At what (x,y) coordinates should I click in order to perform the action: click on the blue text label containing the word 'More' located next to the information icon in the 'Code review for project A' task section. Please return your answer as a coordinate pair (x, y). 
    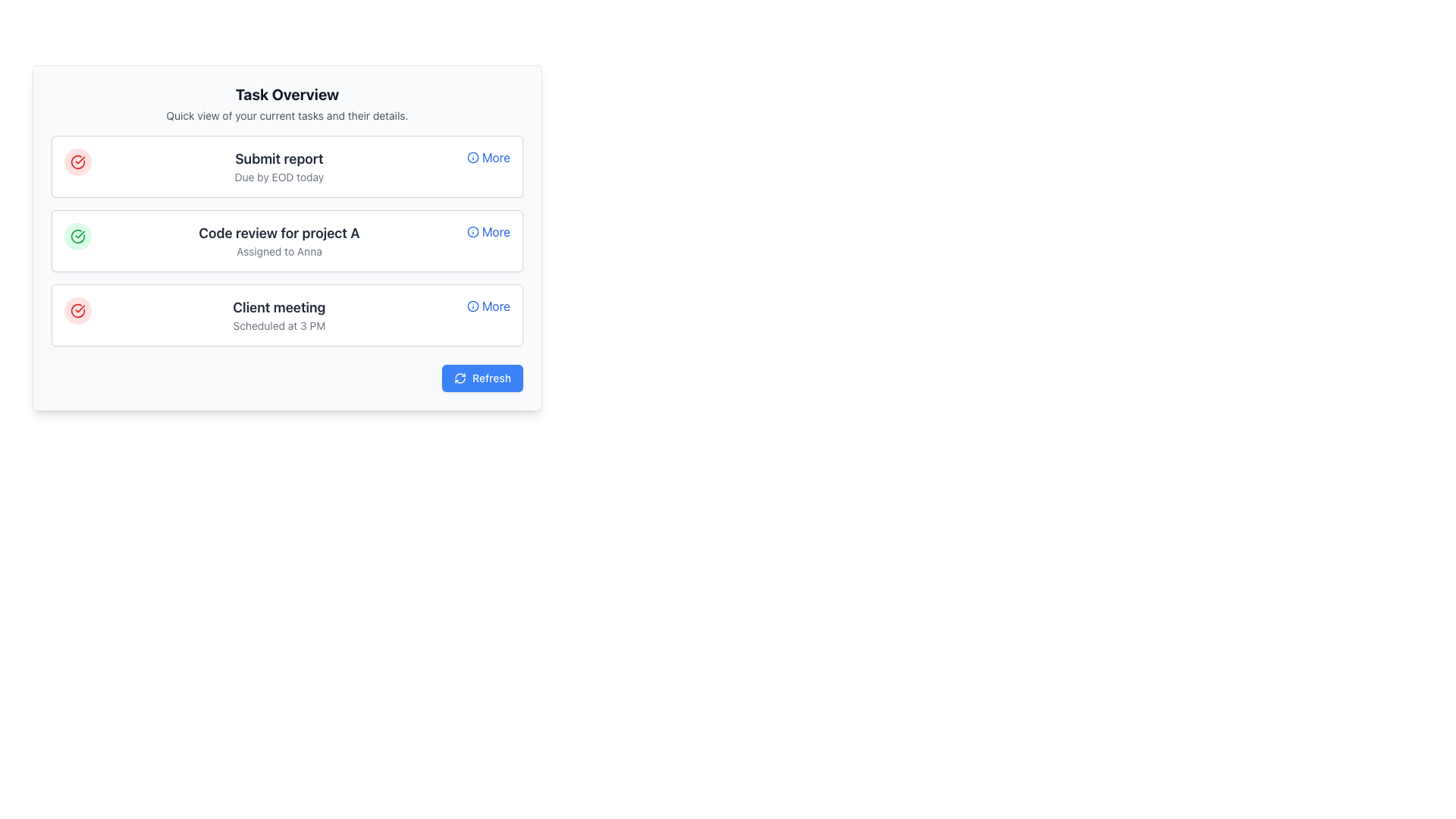
    Looking at the image, I should click on (496, 231).